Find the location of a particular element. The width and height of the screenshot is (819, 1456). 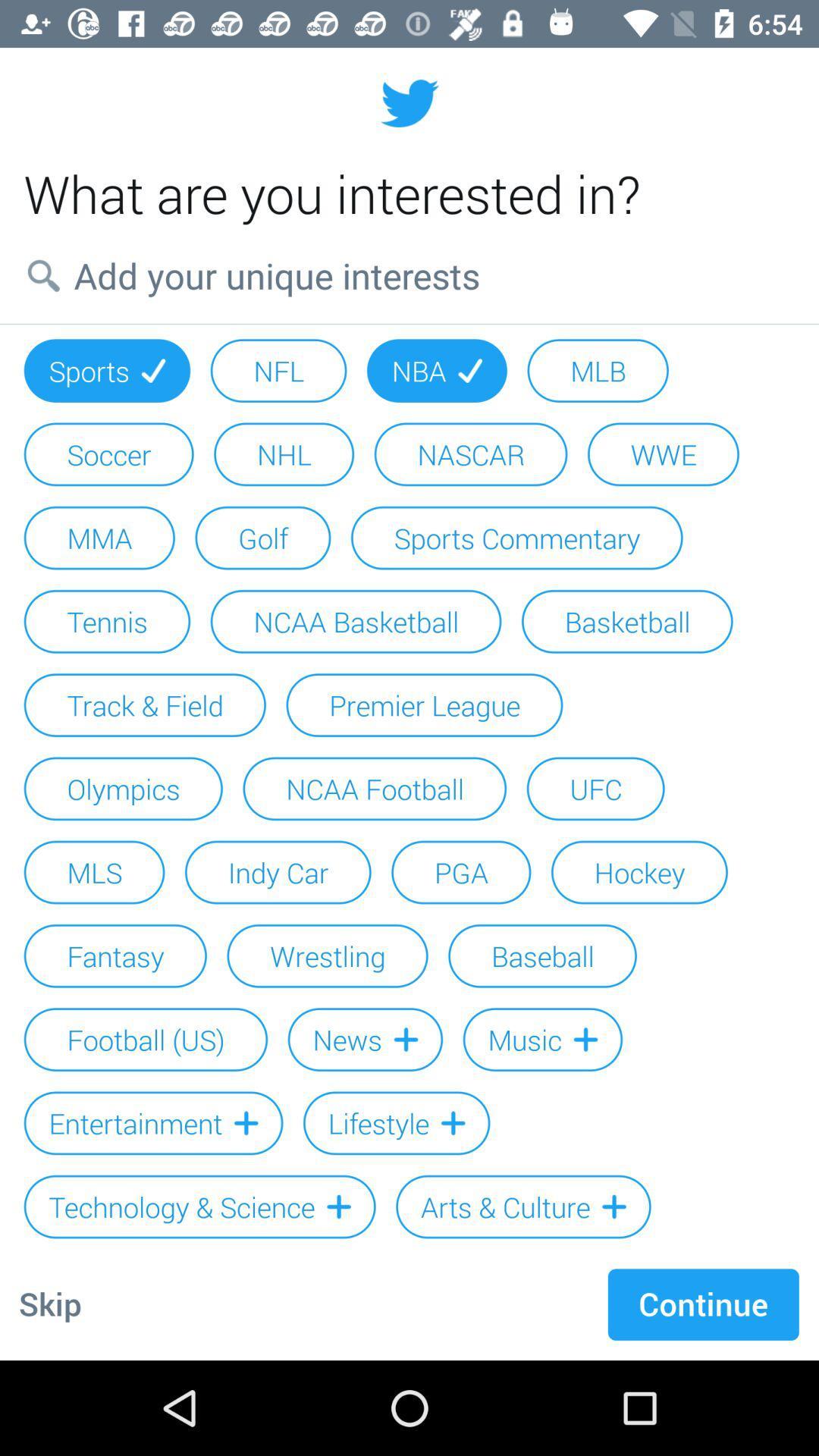

research your interests is located at coordinates (409, 275).